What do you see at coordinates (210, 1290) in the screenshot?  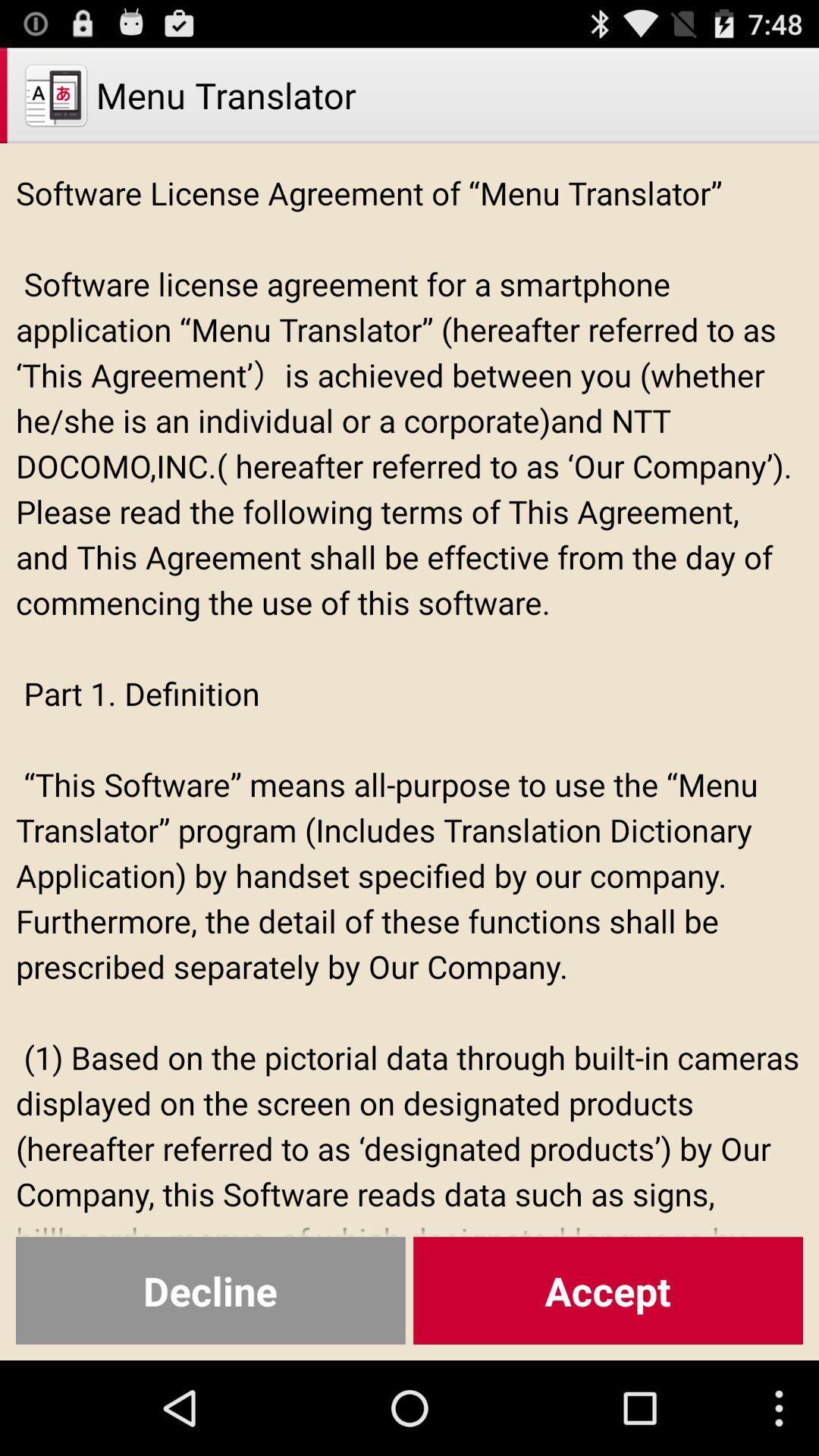 I see `the icon below the software license agreement icon` at bounding box center [210, 1290].